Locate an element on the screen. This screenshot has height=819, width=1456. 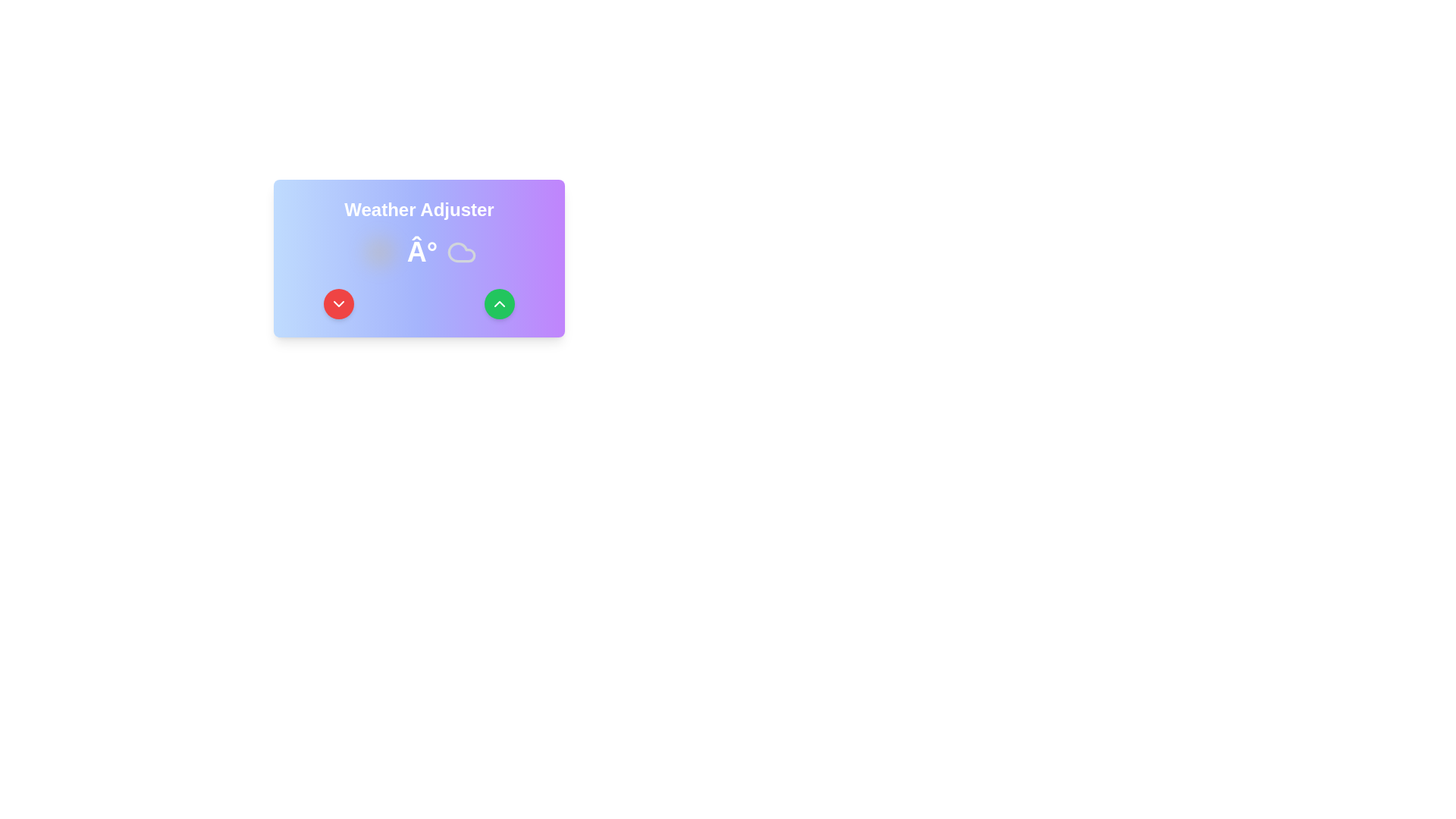
the static text label representing a degree symbol, which is positioned to the right of a sun icon and to the left of a cloud icon within the 'Weather Adjuster' widget is located at coordinates (422, 251).